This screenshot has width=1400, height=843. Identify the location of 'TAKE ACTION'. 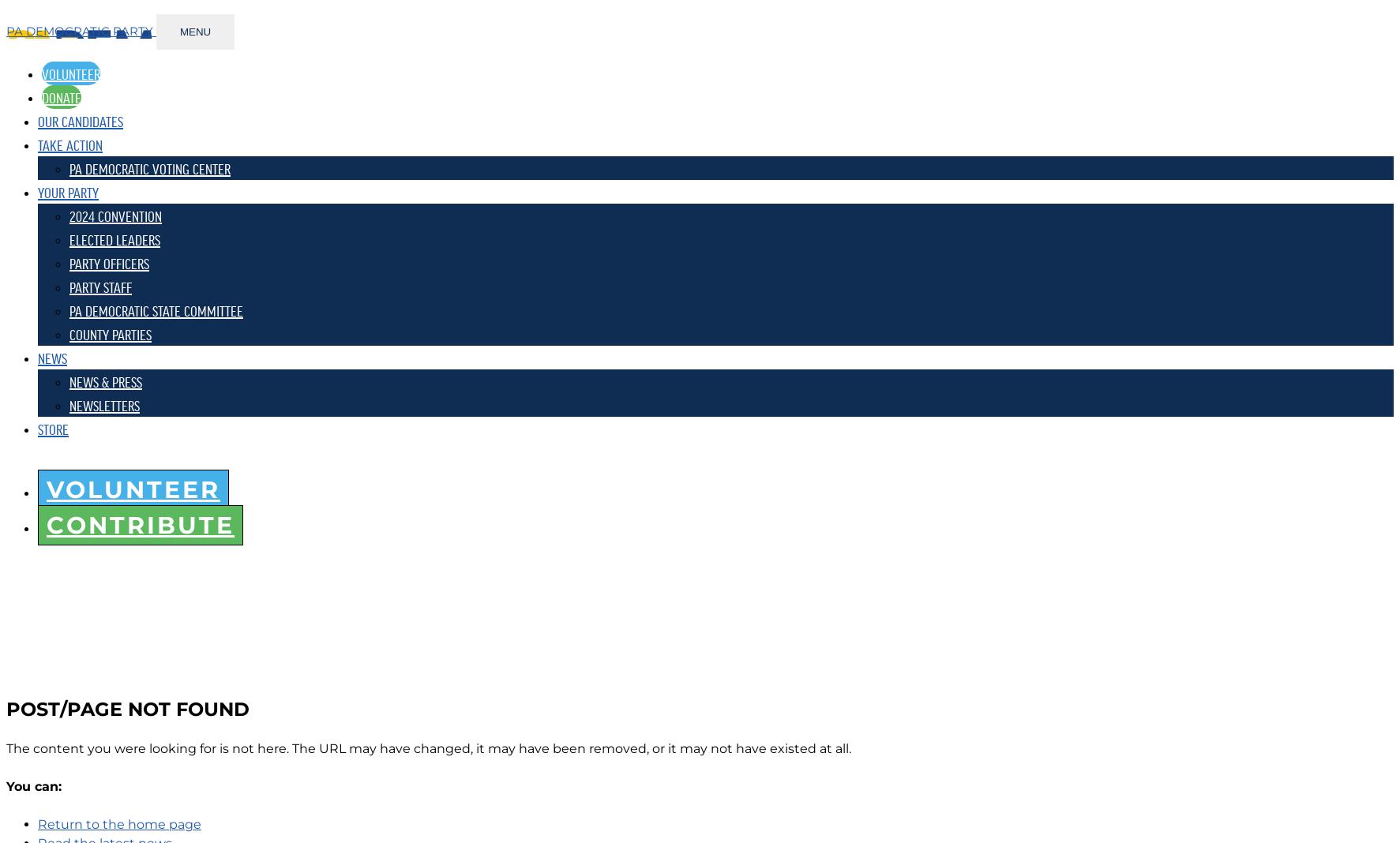
(69, 144).